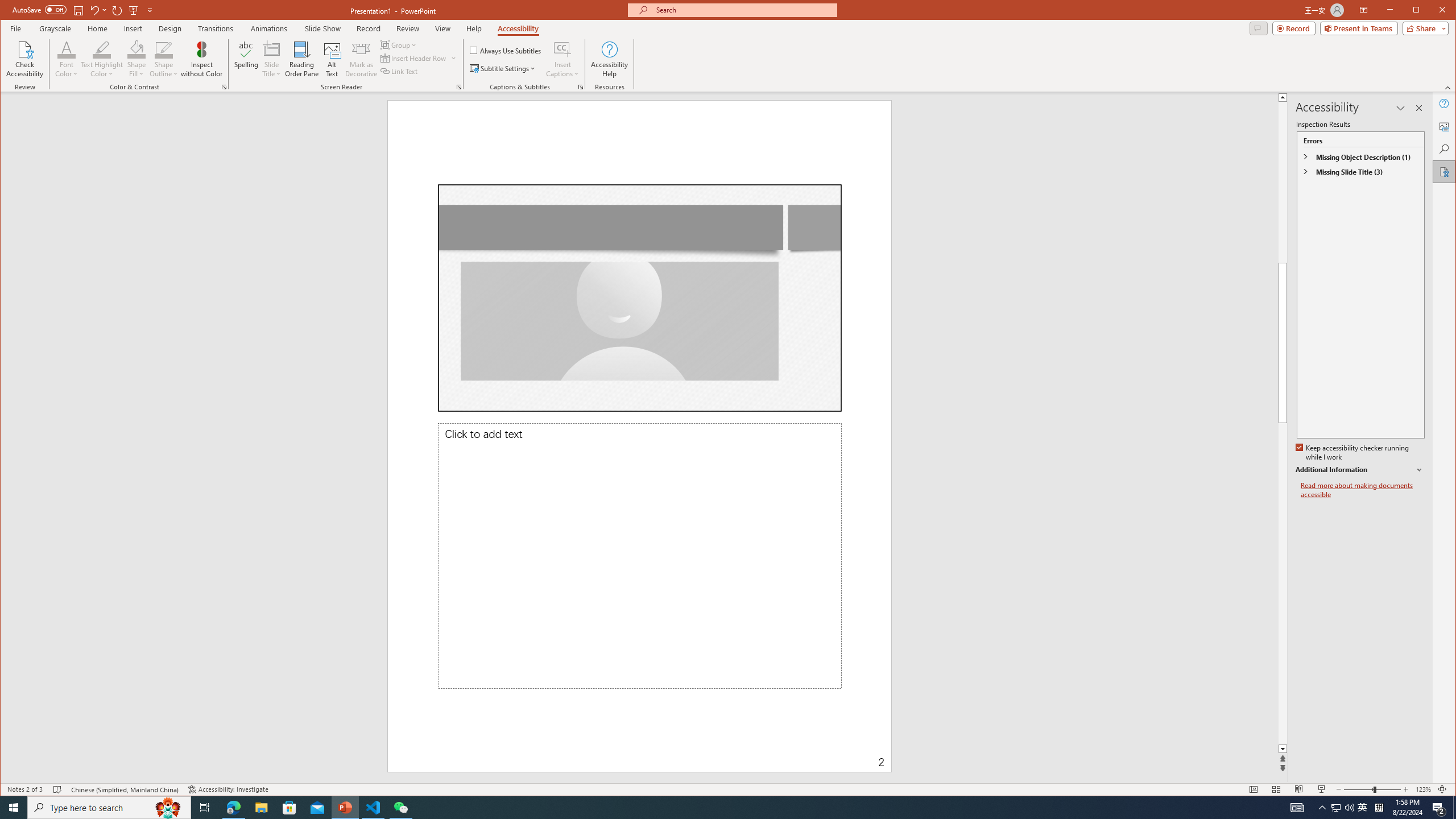  Describe the element at coordinates (102, 59) in the screenshot. I see `'Text Highlight Color'` at that location.